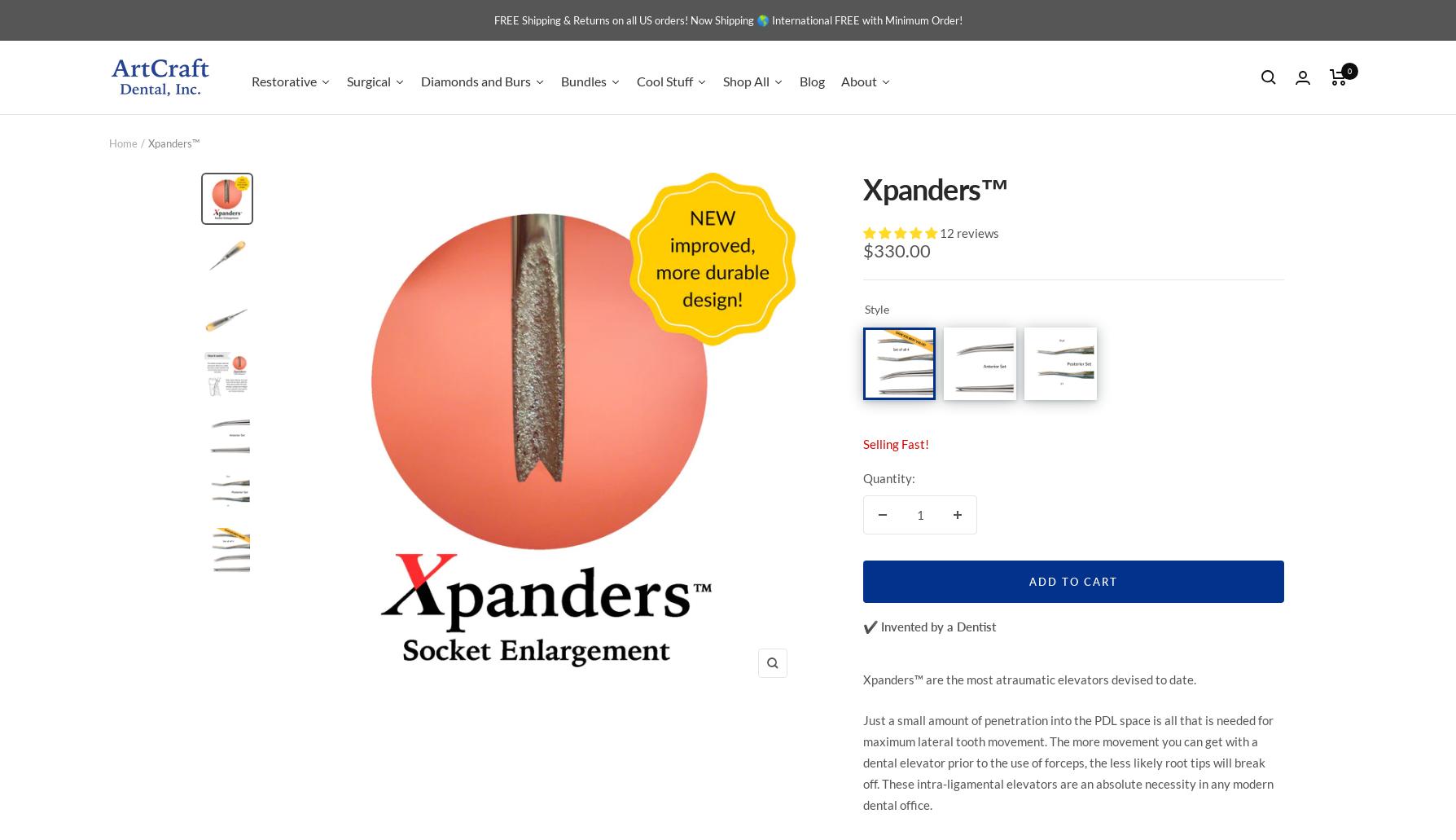  I want to click on 'Just a small amount of penetration into the PDL space is all that is needed for maximum lateral tooth movement. The more movement you can get with a dental elevator prior to the use of forceps, the less likely root tips will break off.', so click(1068, 751).